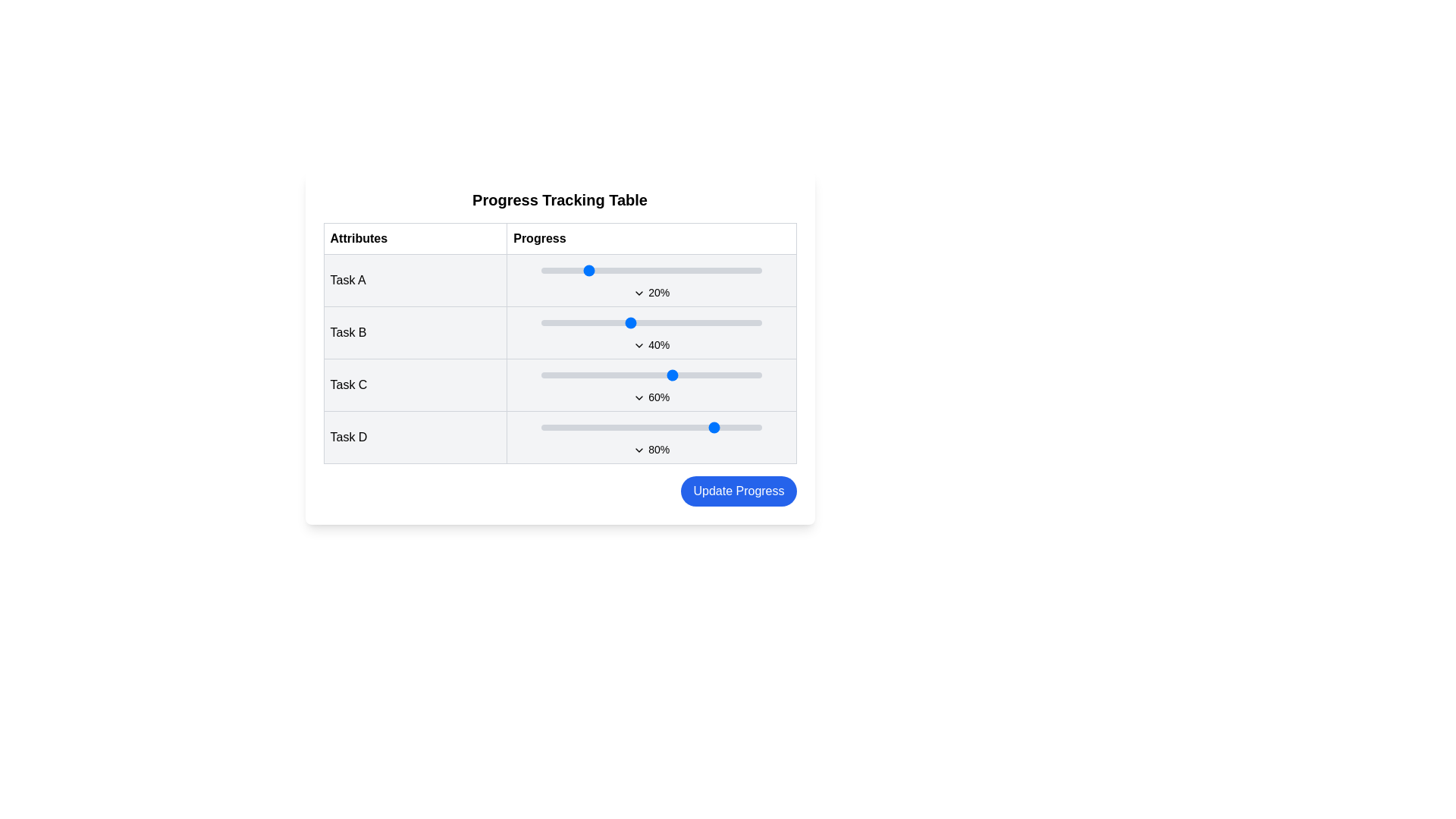 This screenshot has width=1456, height=819. I want to click on the Dropdown icon located in the Progress column next to the text '80%', so click(639, 450).